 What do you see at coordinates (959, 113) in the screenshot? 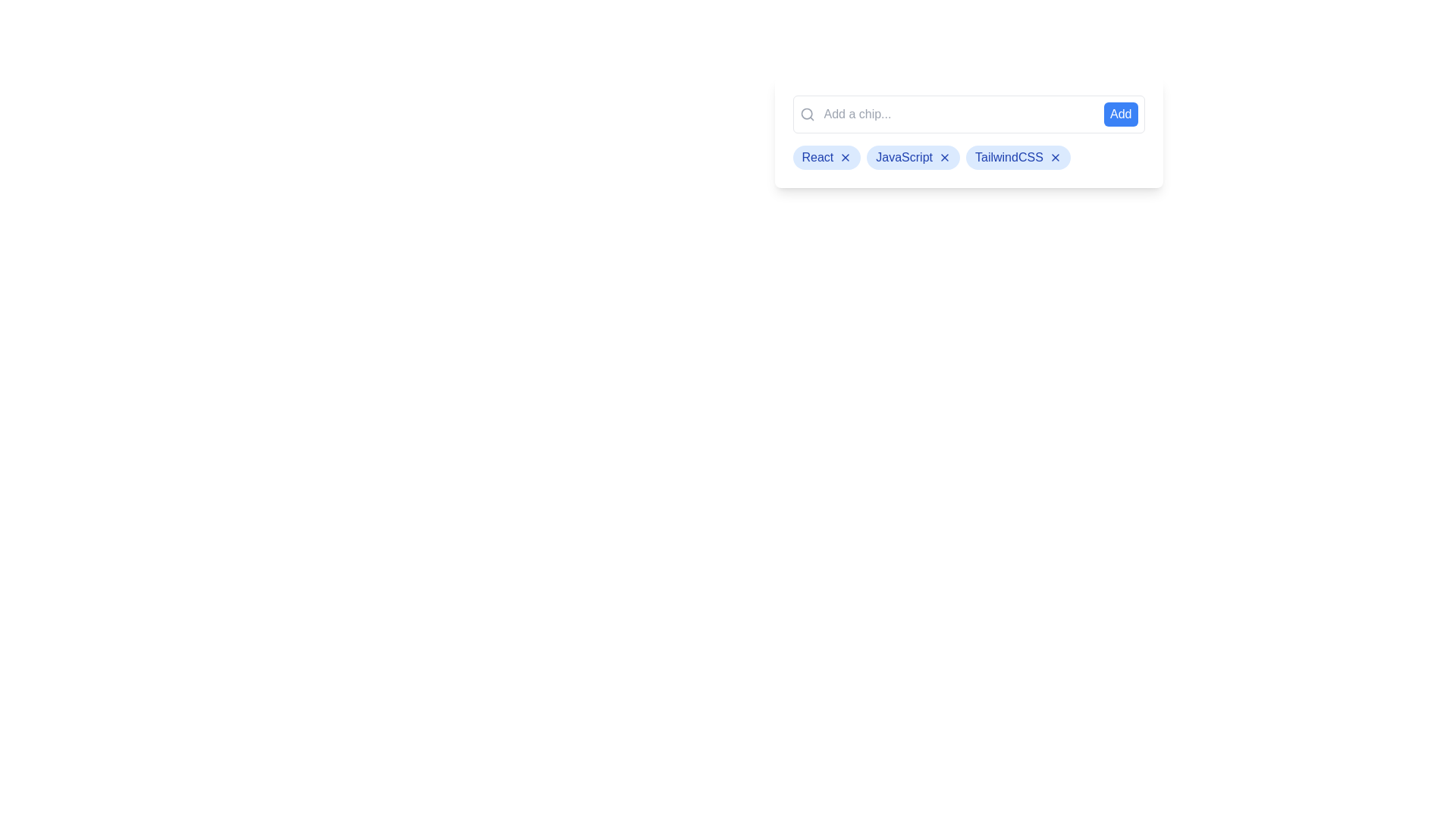
I see `the input field to focus on it` at bounding box center [959, 113].